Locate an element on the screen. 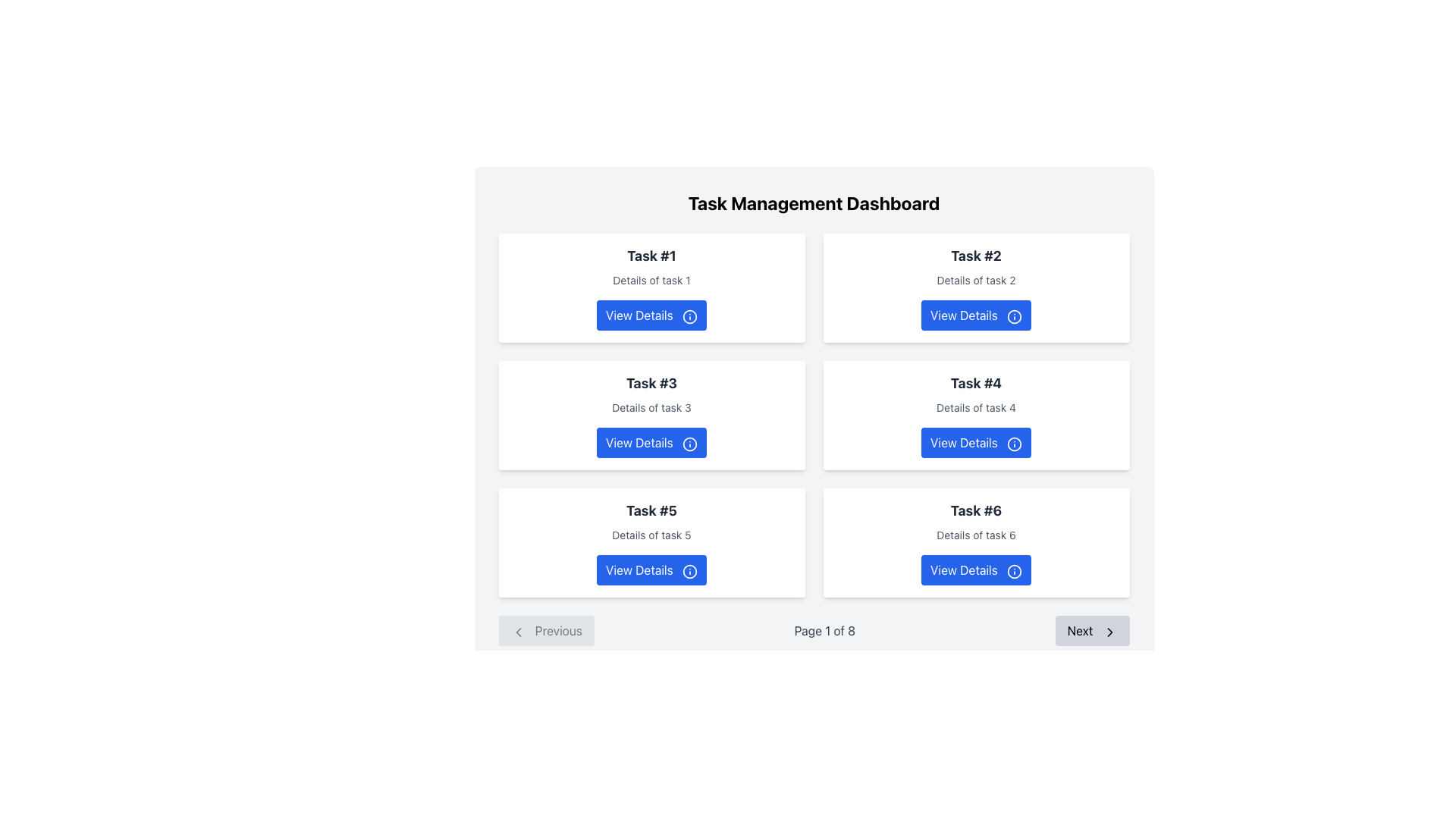 The height and width of the screenshot is (819, 1456). text content of the Text header element located at the top-center of the task management dashboard is located at coordinates (813, 202).